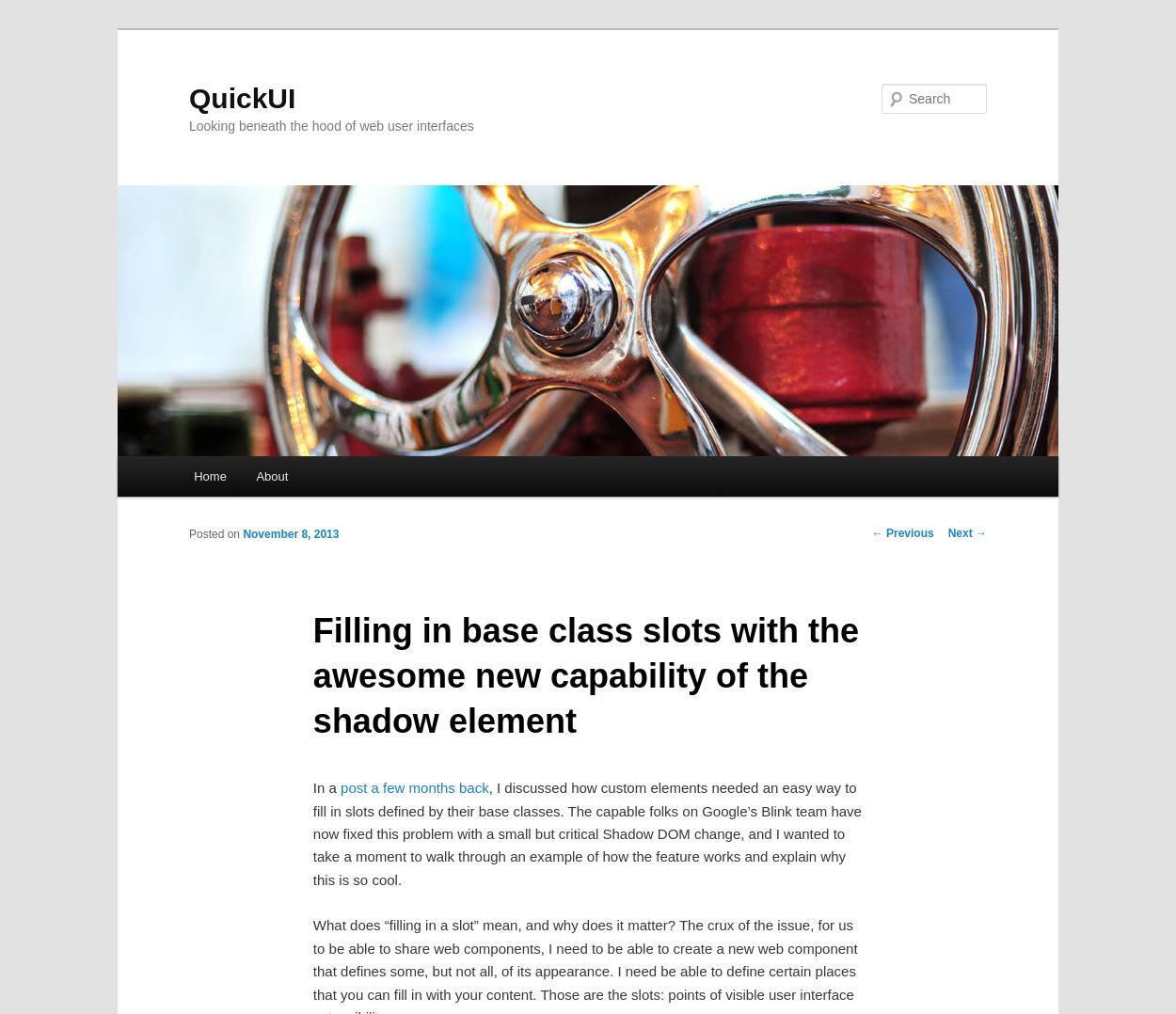  Describe the element at coordinates (215, 532) in the screenshot. I see `'Posted on'` at that location.